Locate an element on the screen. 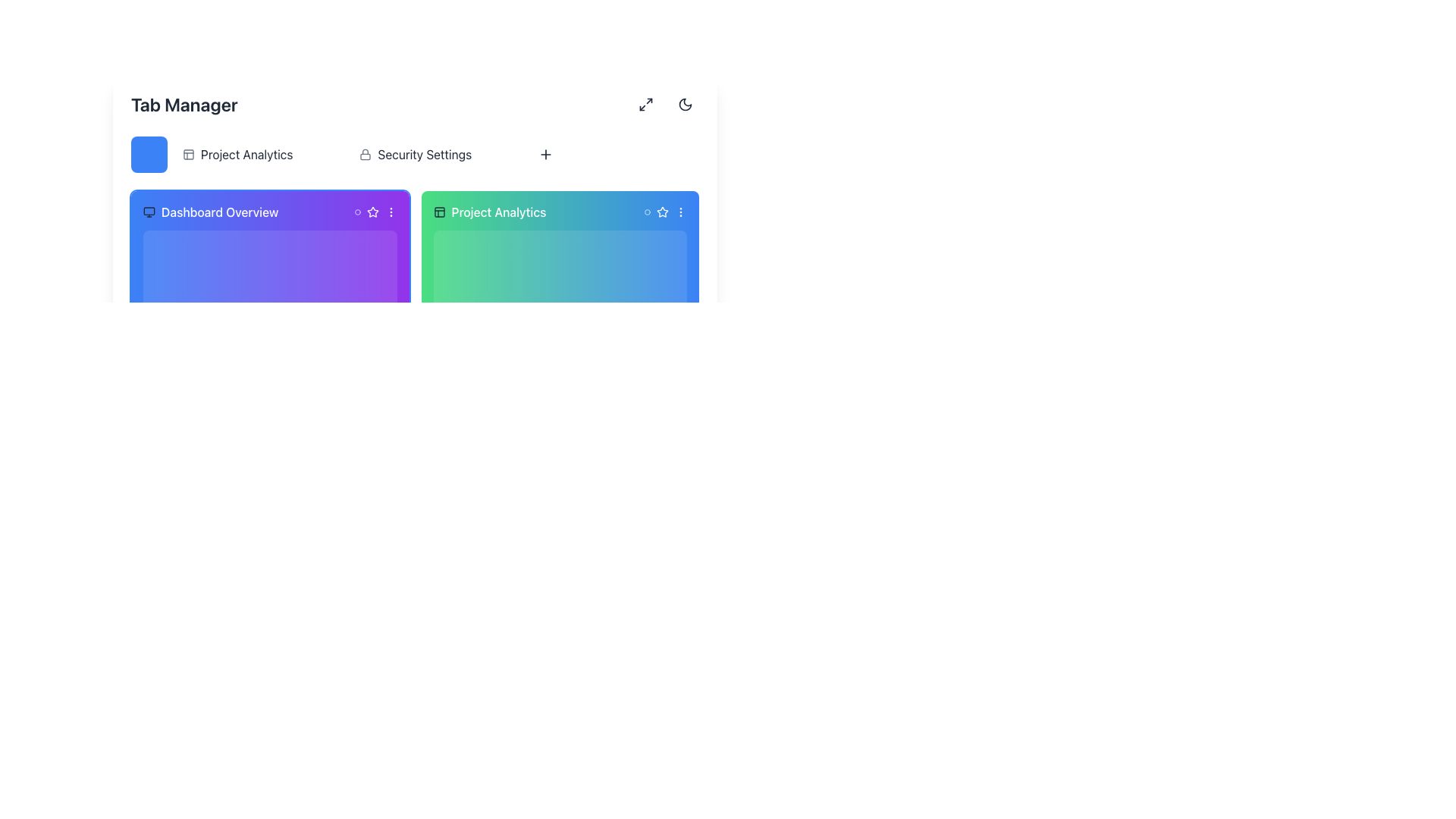  the leftmost square-shaped blue button with rounded corners located beneath the 'Tab Manager' title is located at coordinates (149, 155).